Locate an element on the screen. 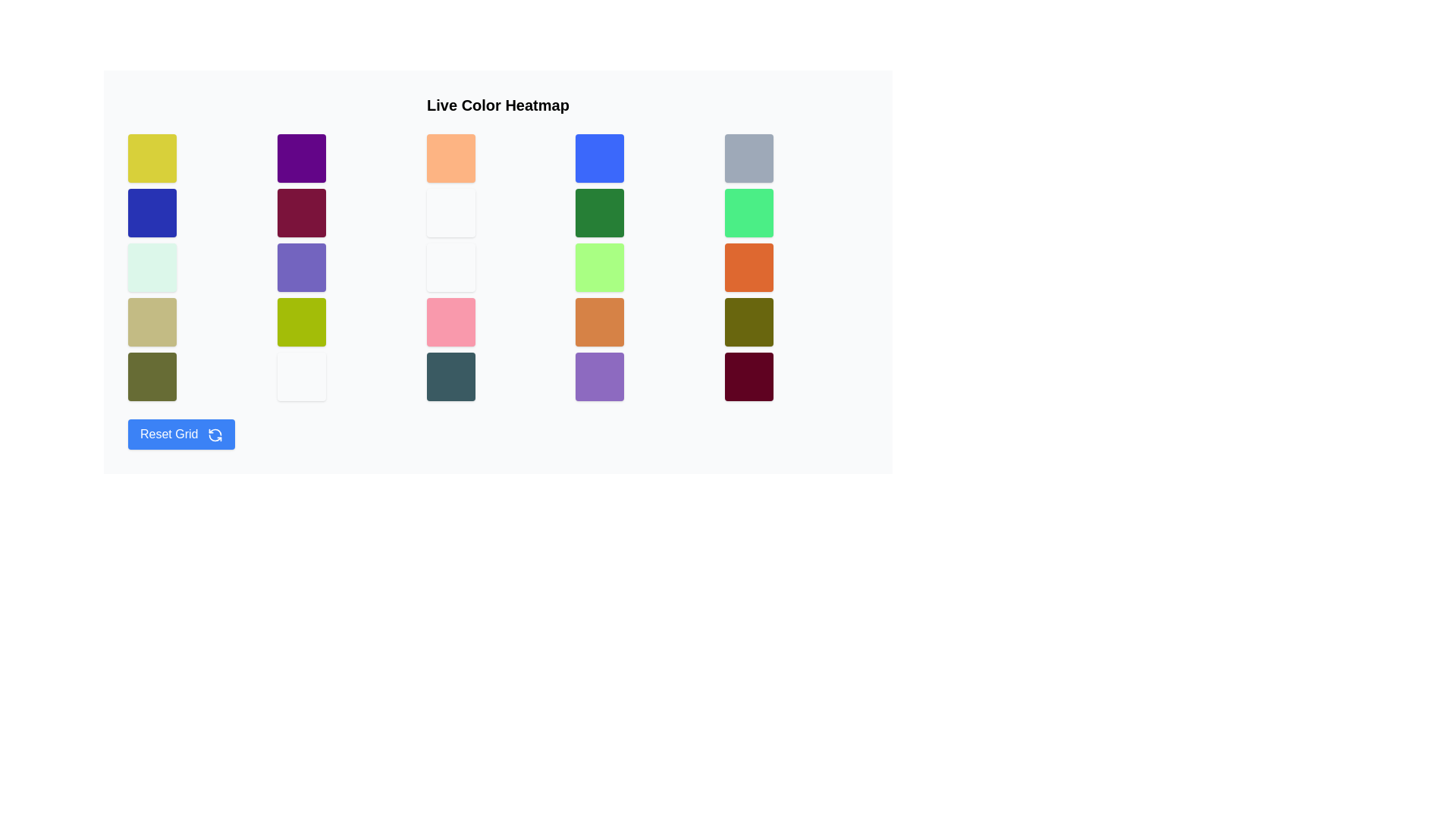 The height and width of the screenshot is (819, 1456). the non-interactive box located in the first column, third row of the grid layout is located at coordinates (152, 267).